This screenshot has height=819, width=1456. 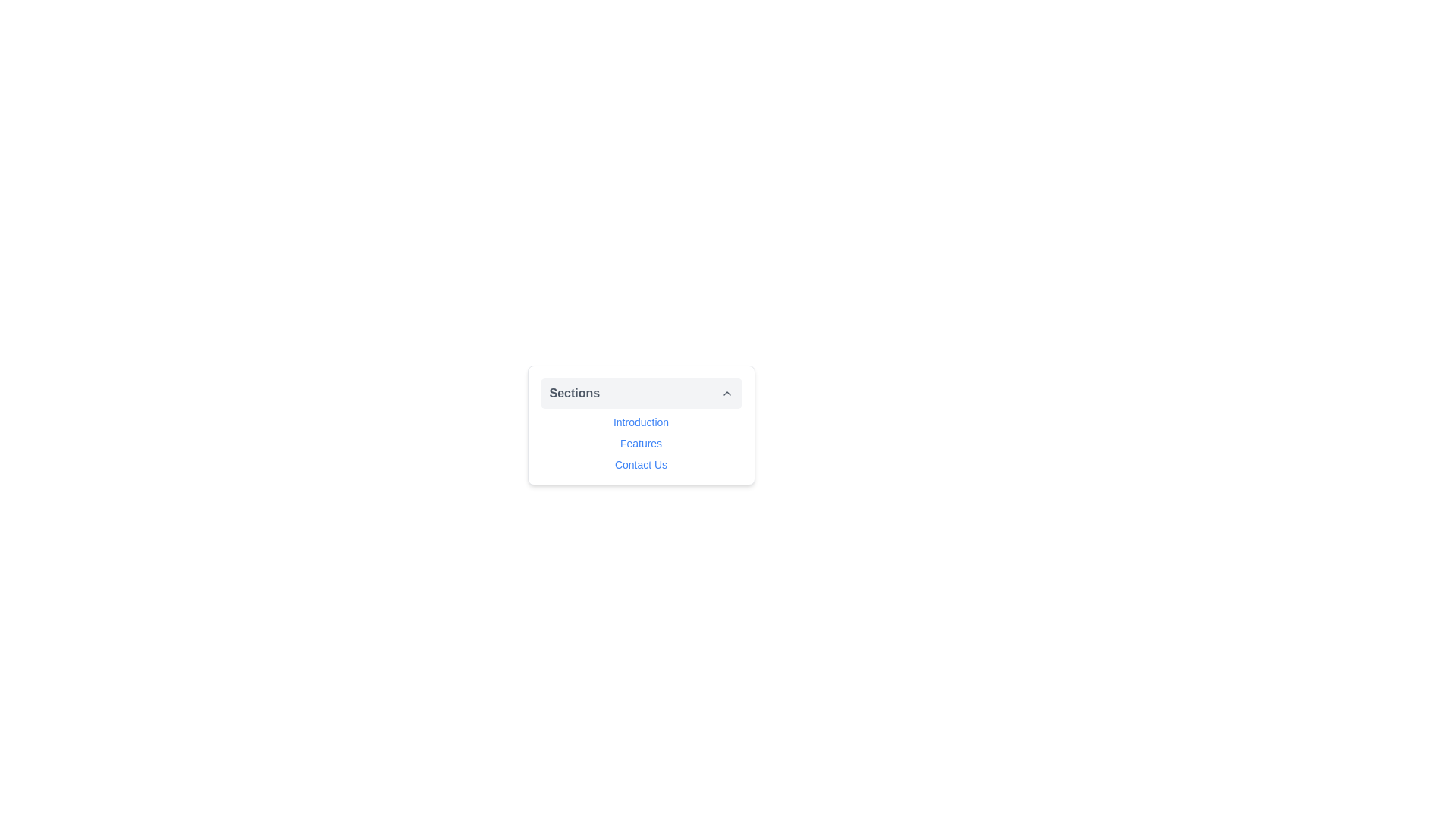 What do you see at coordinates (641, 464) in the screenshot?
I see `the navigational link that leads to the contact section, positioned below 'Introduction' and 'Features' in the 'Sections' dropdown menu` at bounding box center [641, 464].